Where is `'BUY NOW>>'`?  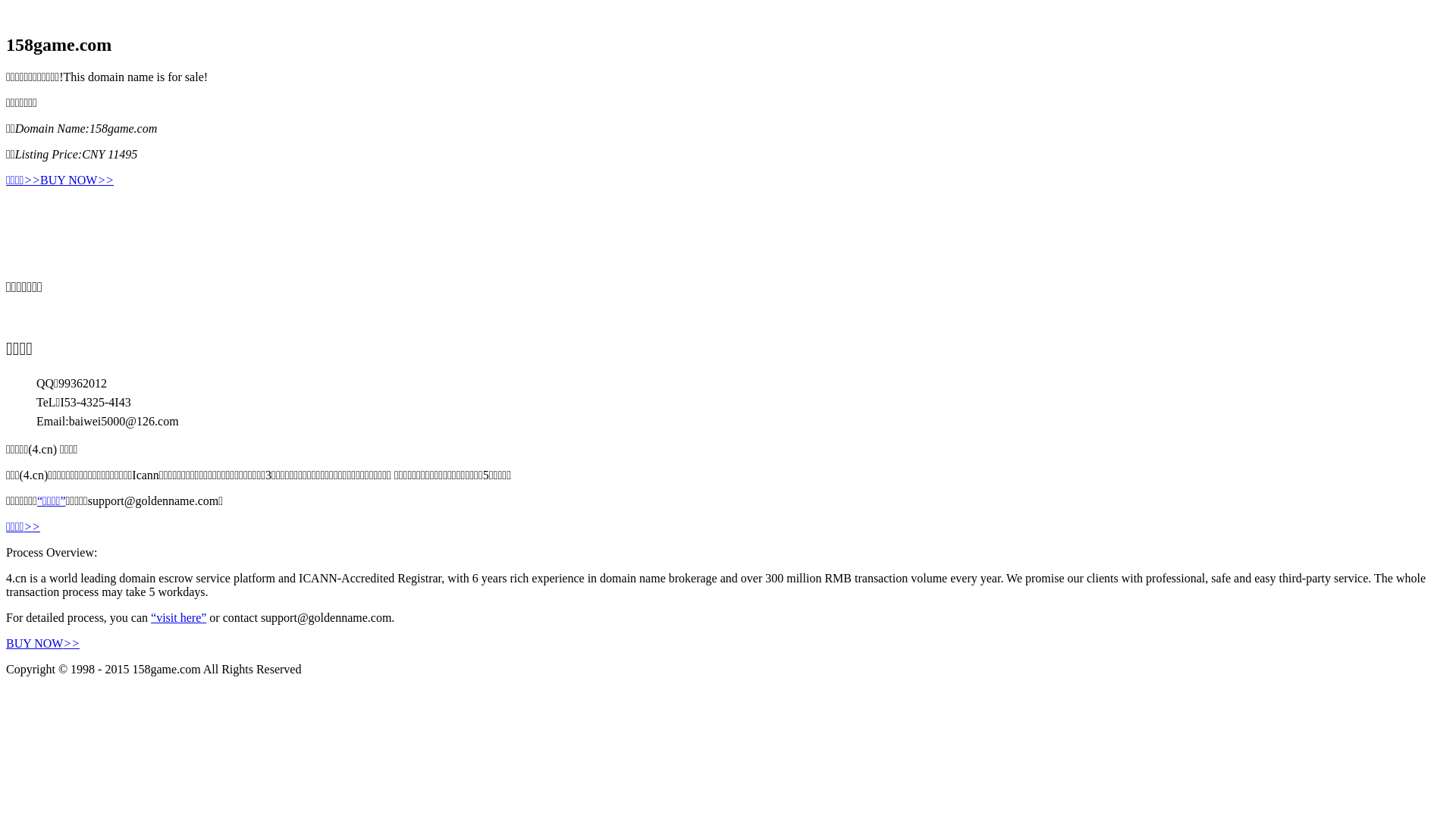 'BUY NOW>>' is located at coordinates (39, 180).